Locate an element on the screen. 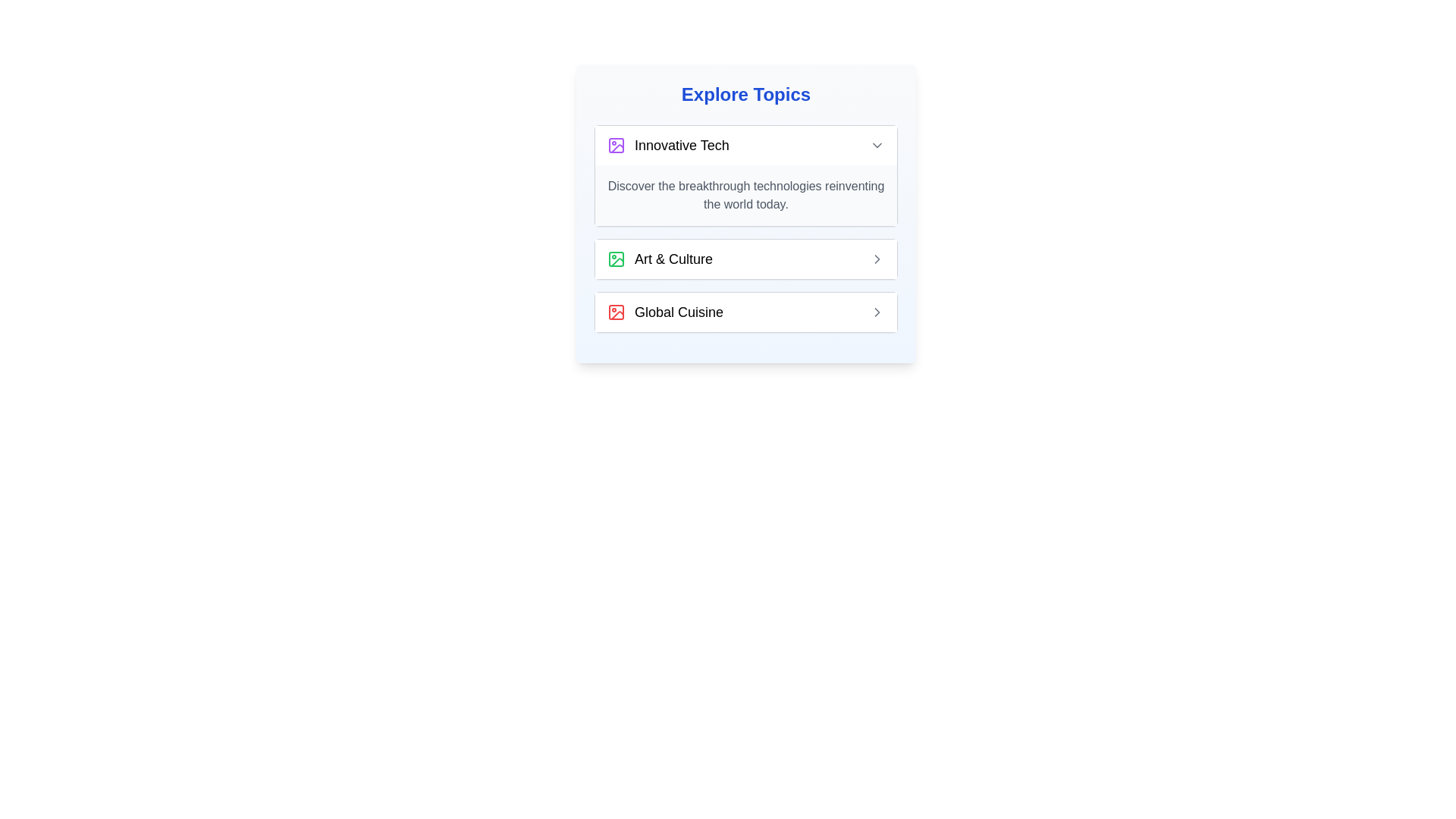 The image size is (1456, 819). the right-arrow icon in the second list entry labeled 'Art & Culture', which is visually characterized by a minimal solid outline and points to the right is located at coordinates (877, 259).